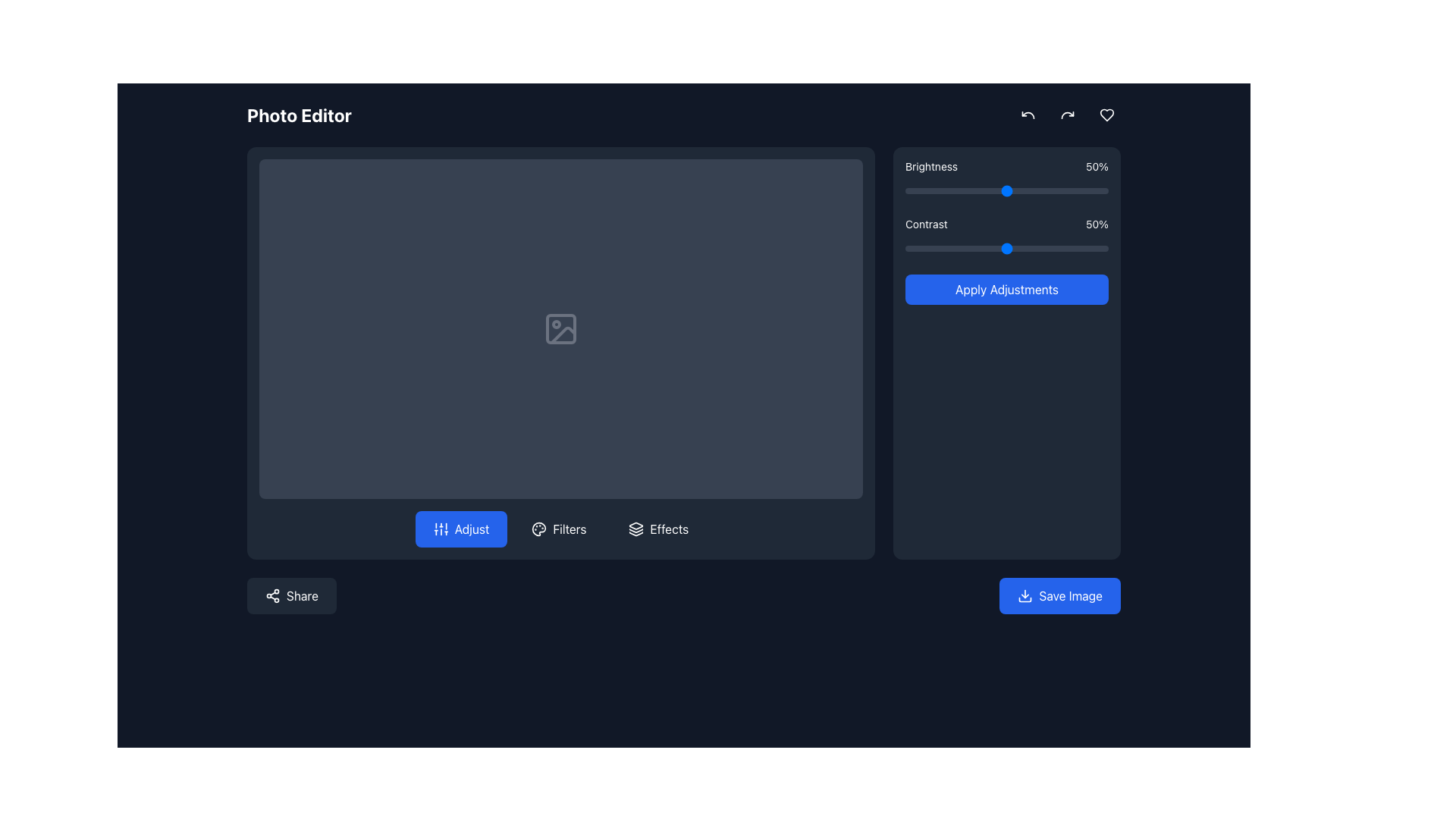  Describe the element at coordinates (1007, 237) in the screenshot. I see `the contrast adjustment slider located in the right-side panel, positioned below the 'Brightness 50%' slider and above the 'Apply Adjustments' button` at that location.